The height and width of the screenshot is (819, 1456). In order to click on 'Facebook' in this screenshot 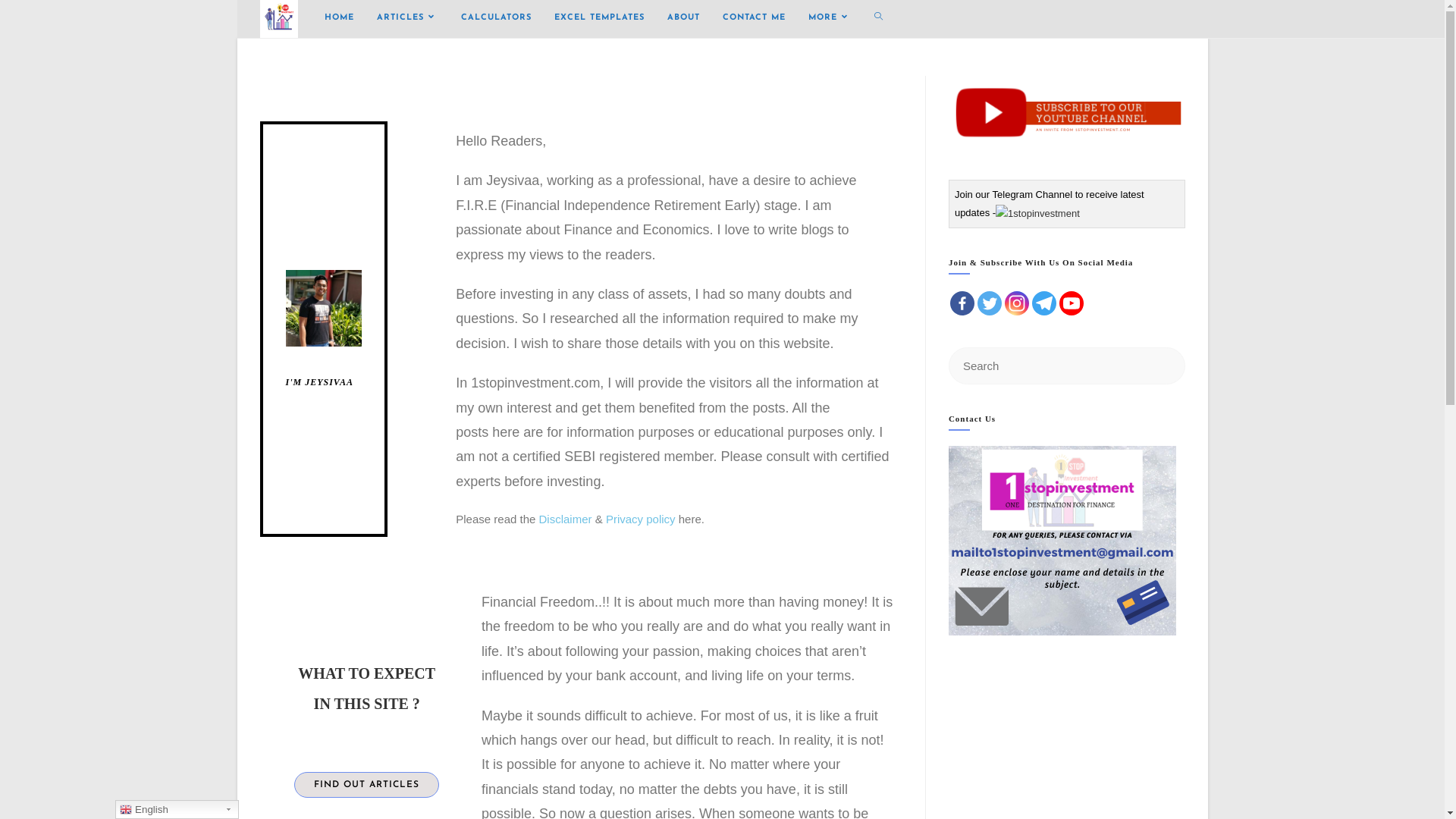, I will do `click(961, 303)`.